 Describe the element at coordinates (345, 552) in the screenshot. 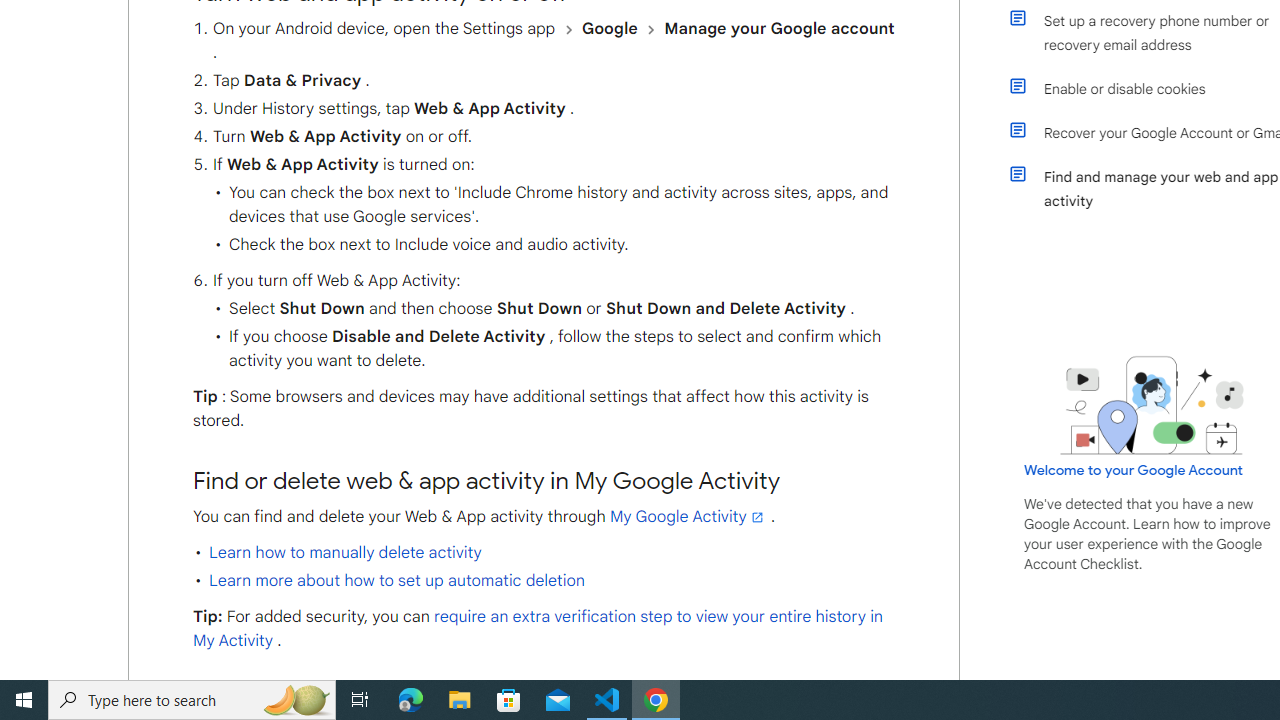

I see `'Learn how to manually delete activity'` at that location.